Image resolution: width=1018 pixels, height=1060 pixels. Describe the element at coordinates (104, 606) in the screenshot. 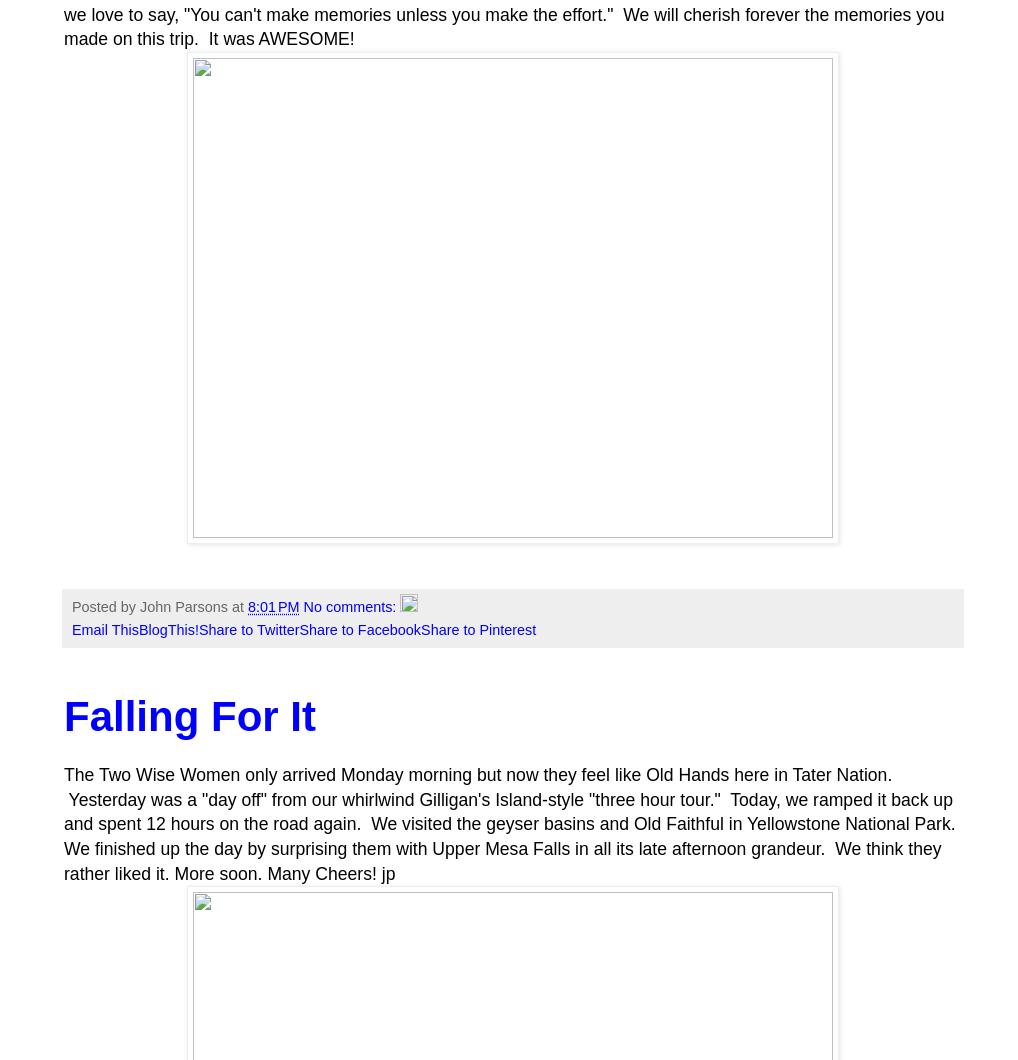

I see `'Posted by'` at that location.